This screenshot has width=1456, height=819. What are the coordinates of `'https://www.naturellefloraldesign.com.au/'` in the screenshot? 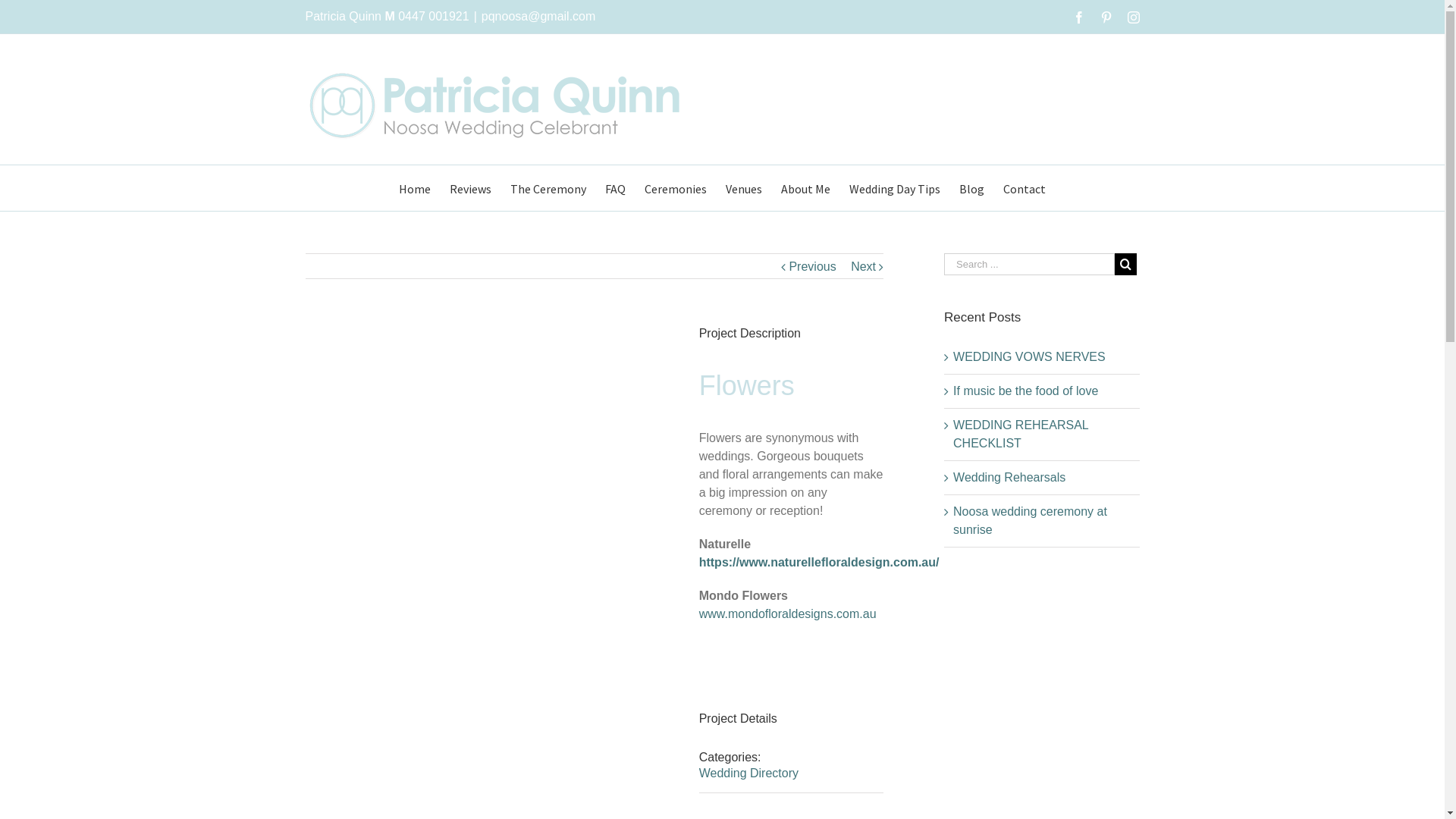 It's located at (818, 562).